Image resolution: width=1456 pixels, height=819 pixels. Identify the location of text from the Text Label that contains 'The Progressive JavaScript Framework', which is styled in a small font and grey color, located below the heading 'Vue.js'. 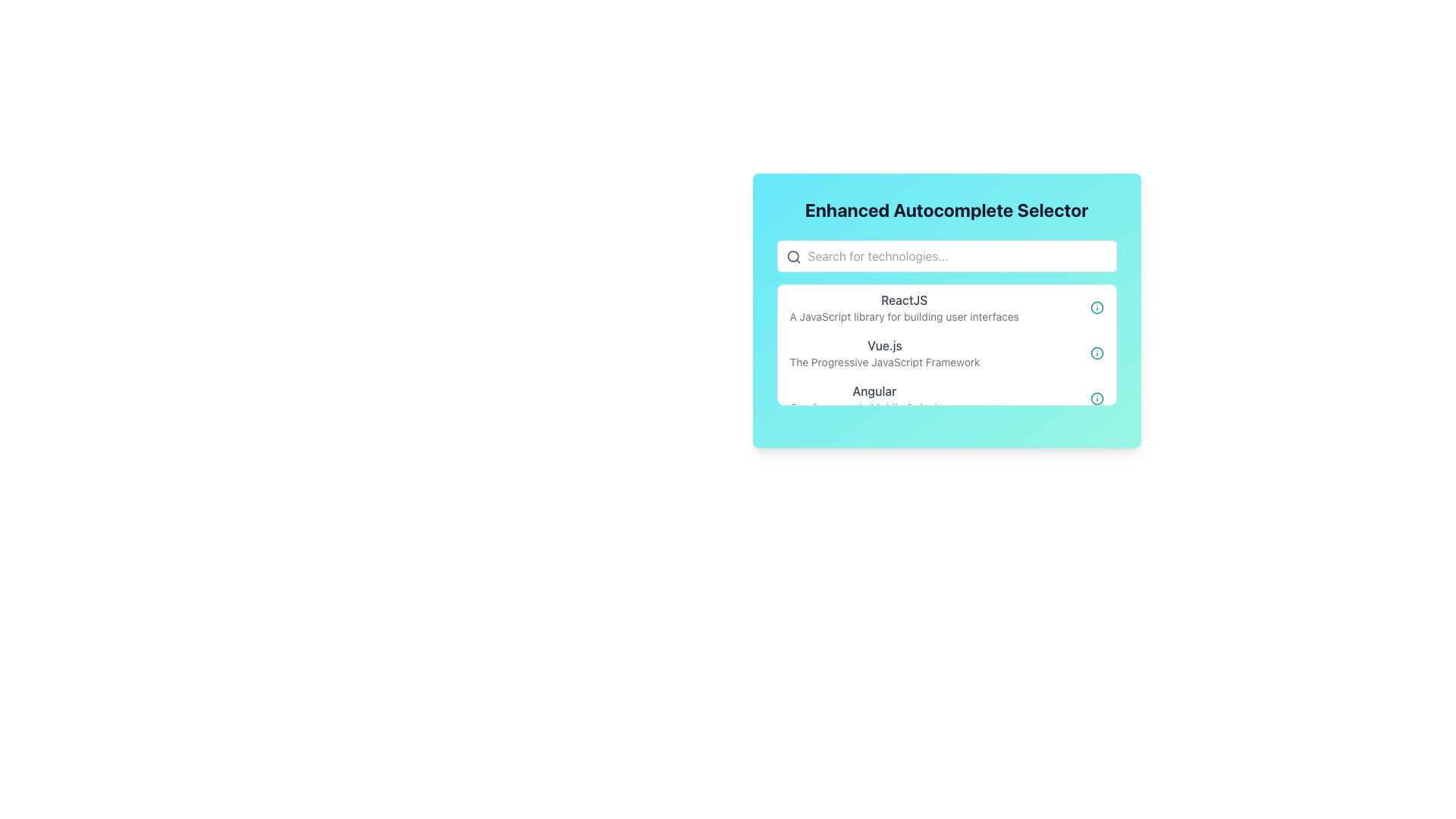
(884, 362).